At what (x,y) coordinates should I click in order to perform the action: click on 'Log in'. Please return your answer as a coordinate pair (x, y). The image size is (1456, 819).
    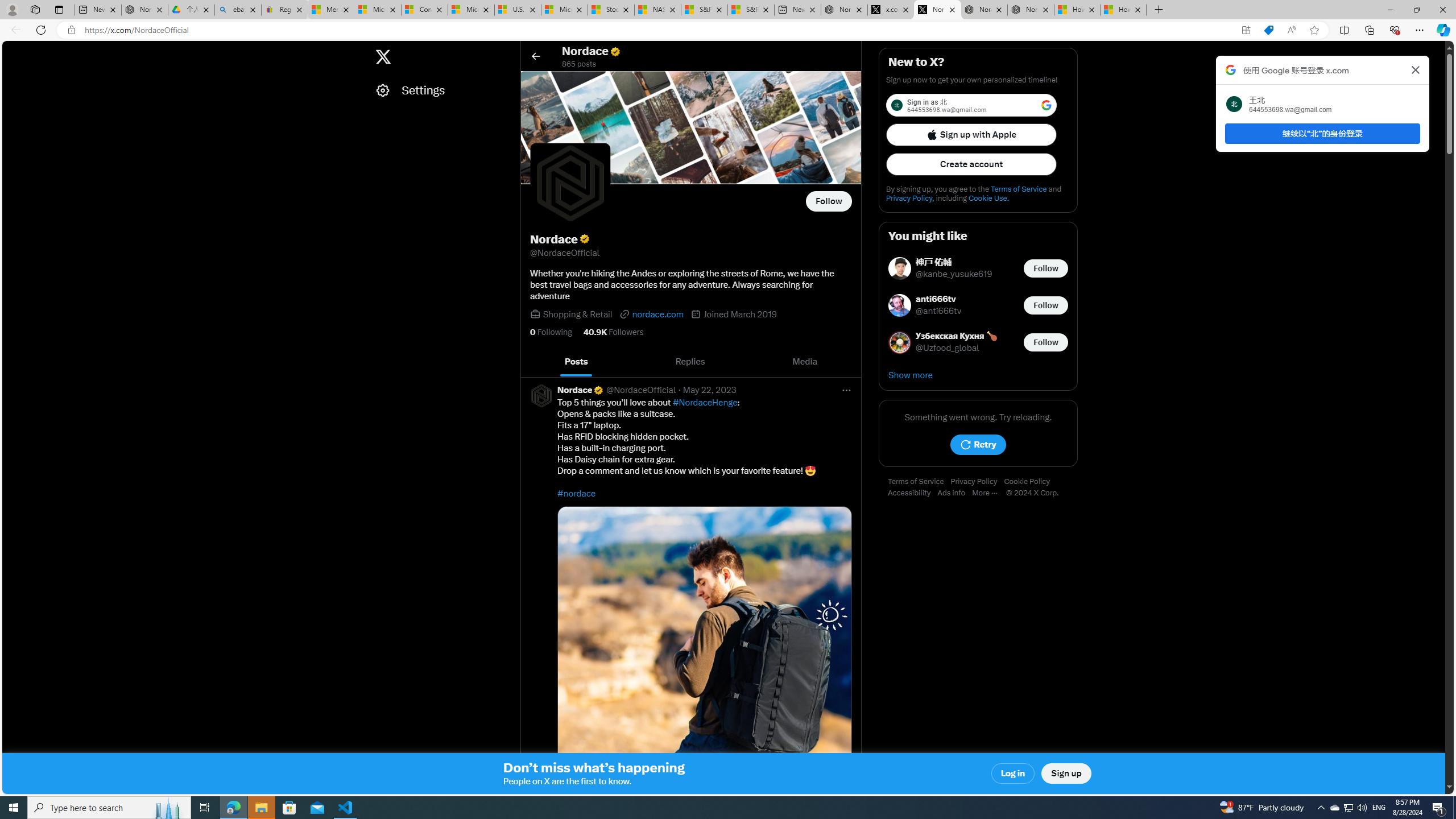
    Looking at the image, I should click on (1013, 773).